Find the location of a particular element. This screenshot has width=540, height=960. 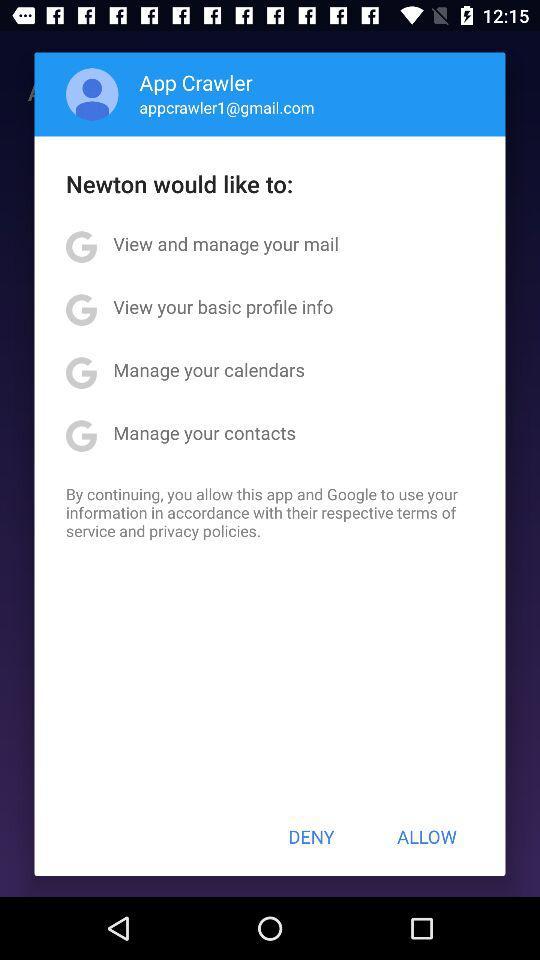

the deny item is located at coordinates (311, 836).